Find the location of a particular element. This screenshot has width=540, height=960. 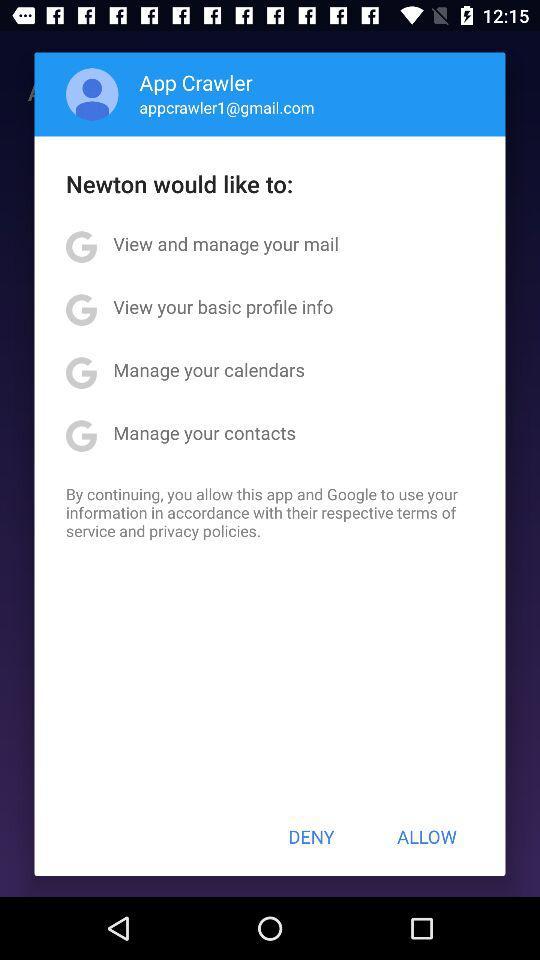

the deny item is located at coordinates (311, 836).